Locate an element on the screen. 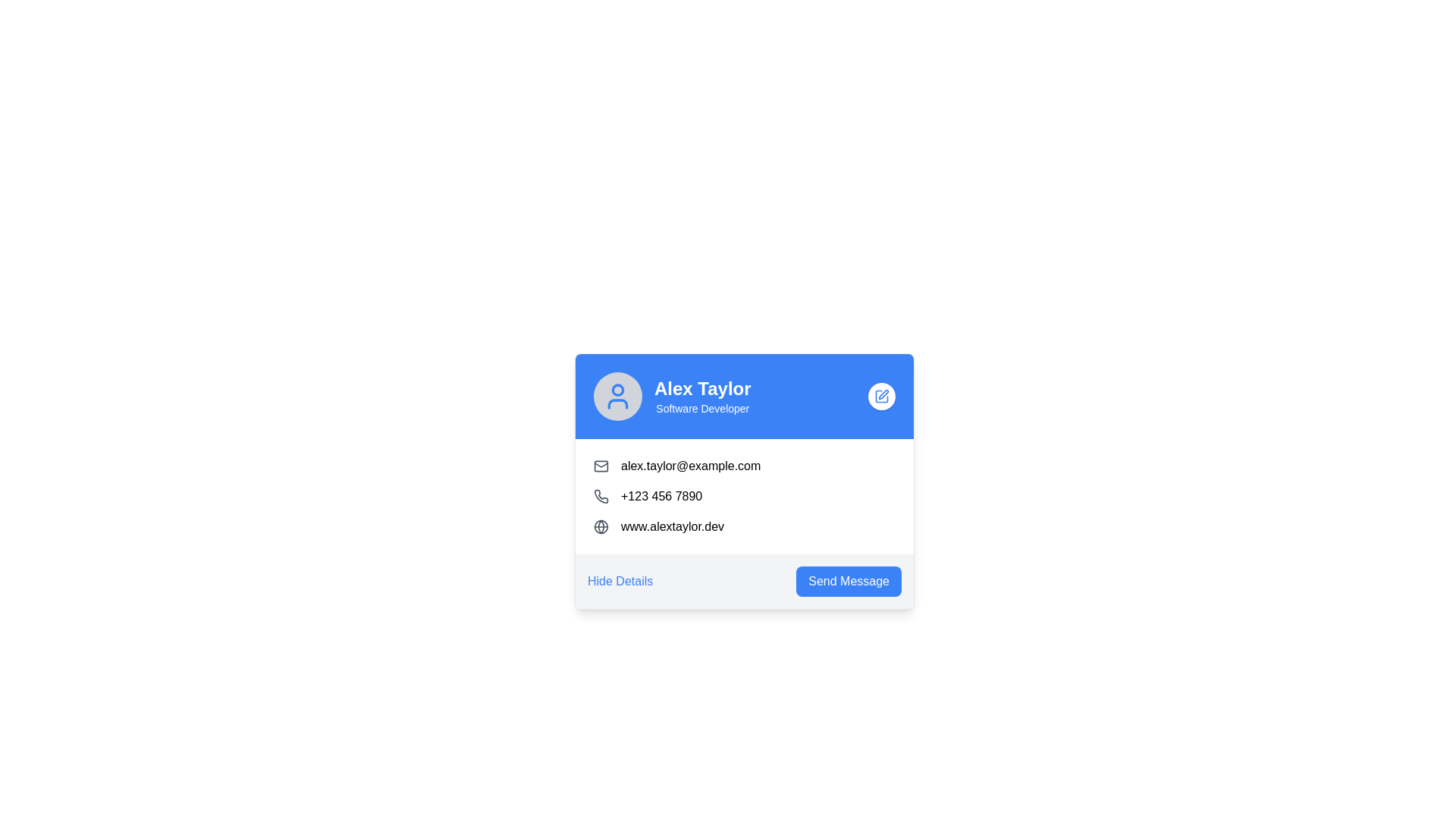 The width and height of the screenshot is (1456, 819). the small square icon button with a pen symbol inside, located in the top-right corner of the profile card, to initiate the edit action is located at coordinates (881, 396).